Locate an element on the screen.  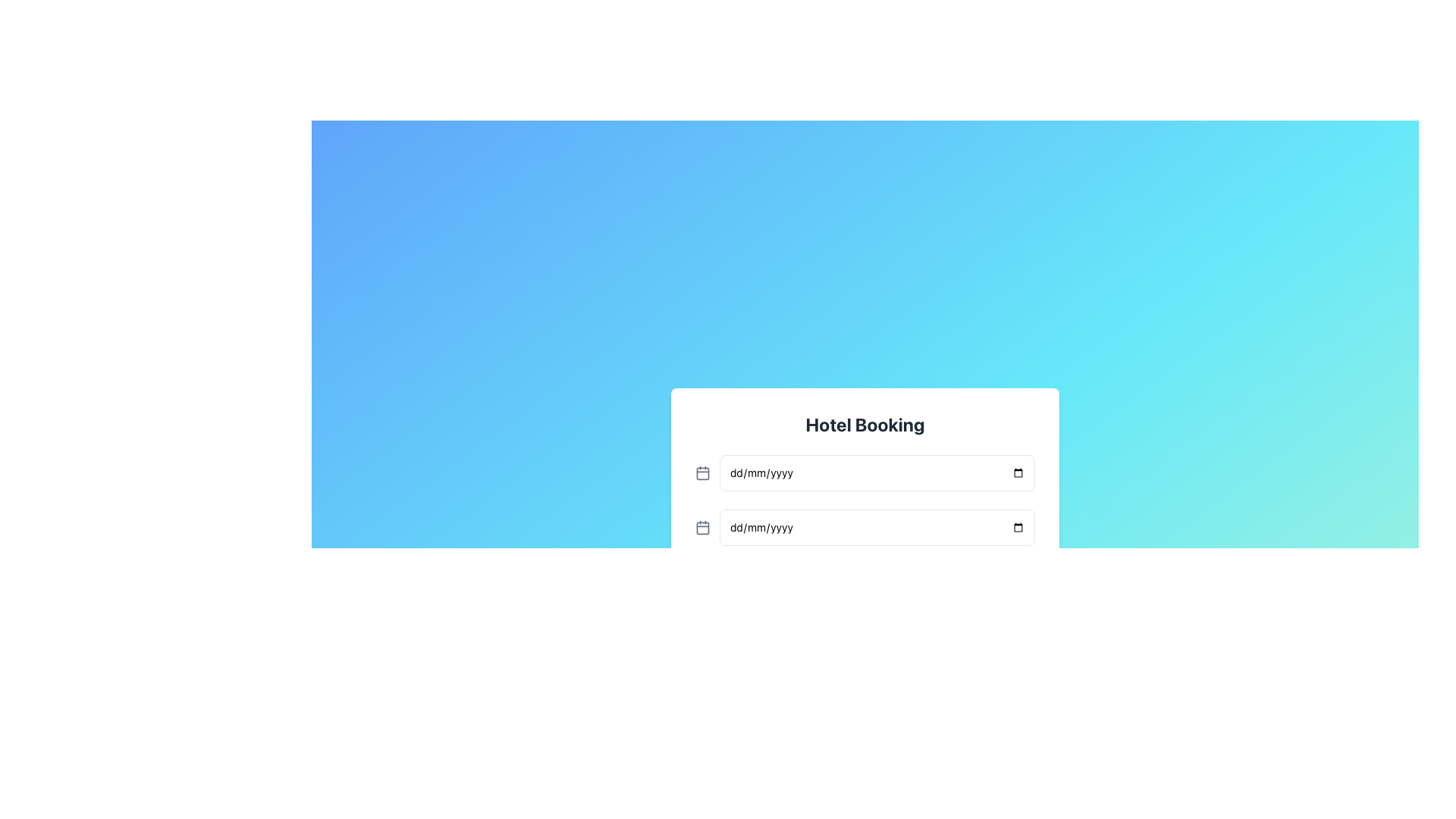
the date selection icon located to the left of the date input field is located at coordinates (701, 526).